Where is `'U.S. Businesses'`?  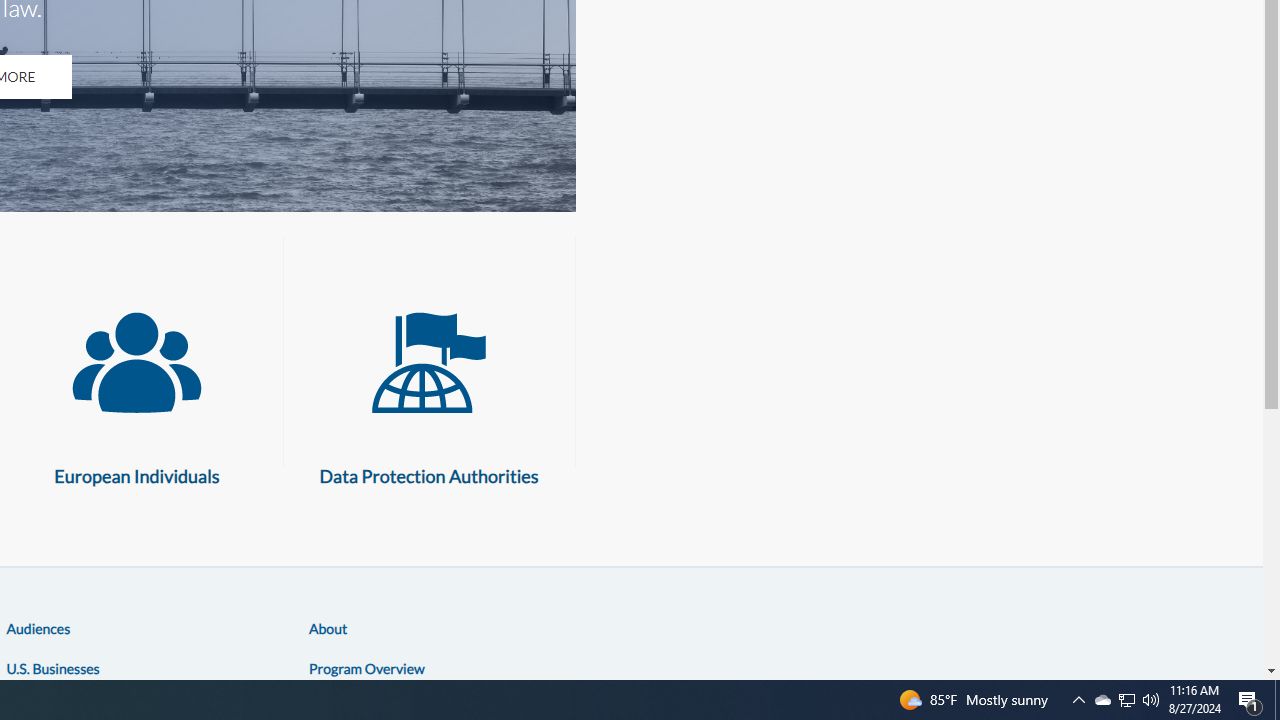
'U.S. Businesses' is located at coordinates (53, 667).